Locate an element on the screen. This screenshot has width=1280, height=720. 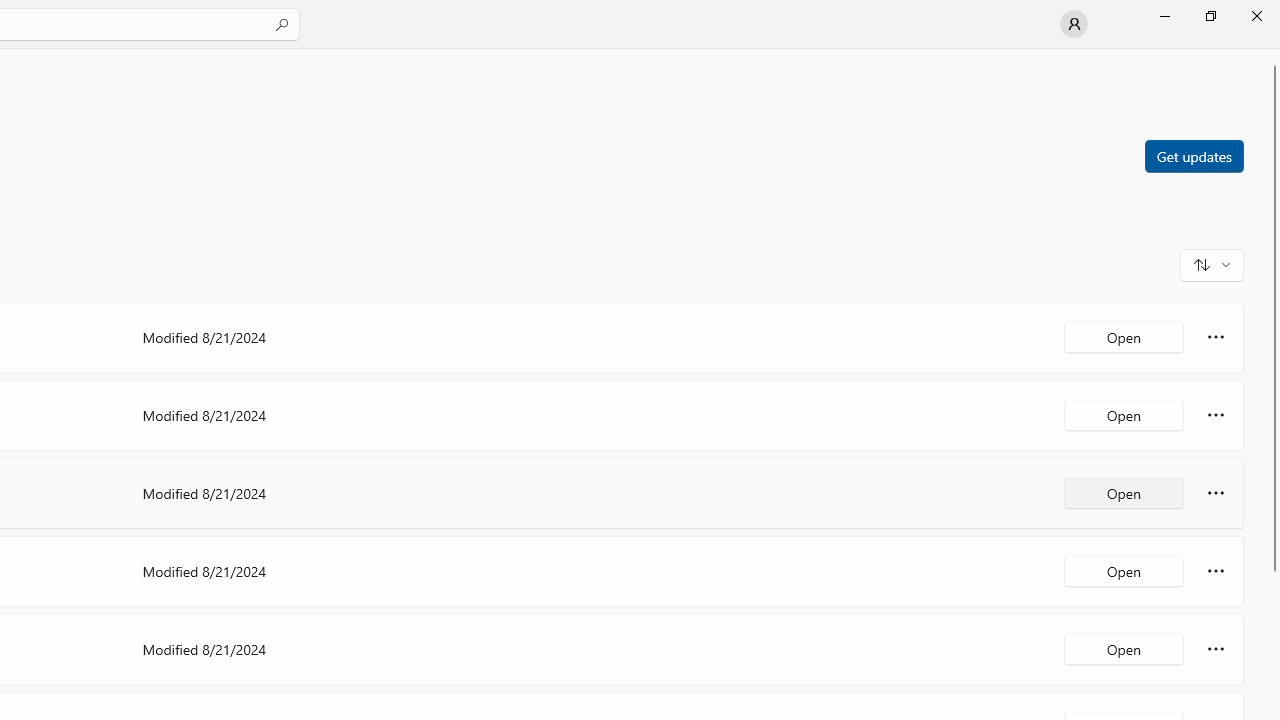
'User profile' is located at coordinates (1072, 24).